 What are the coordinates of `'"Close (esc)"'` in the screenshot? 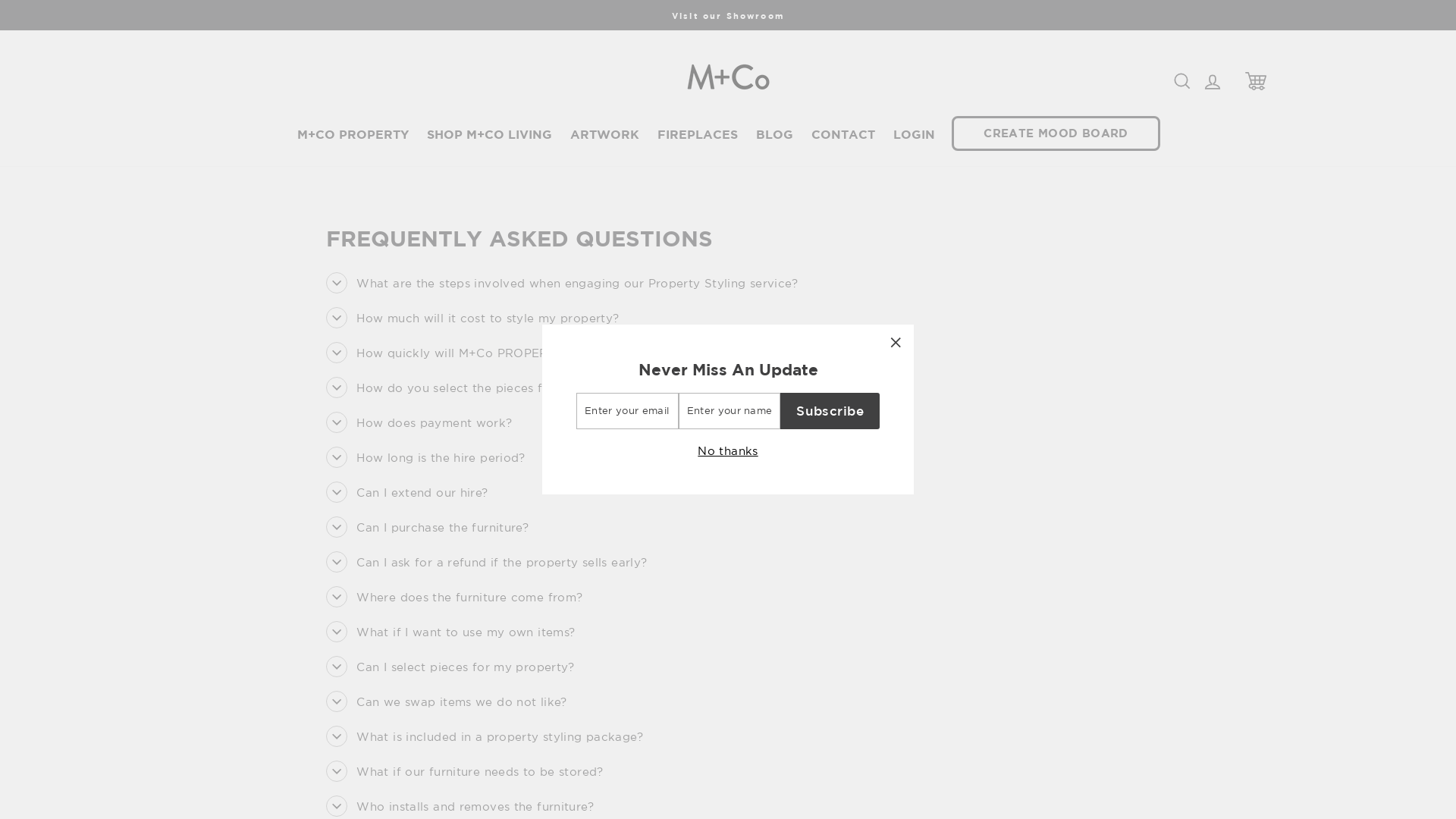 It's located at (895, 342).